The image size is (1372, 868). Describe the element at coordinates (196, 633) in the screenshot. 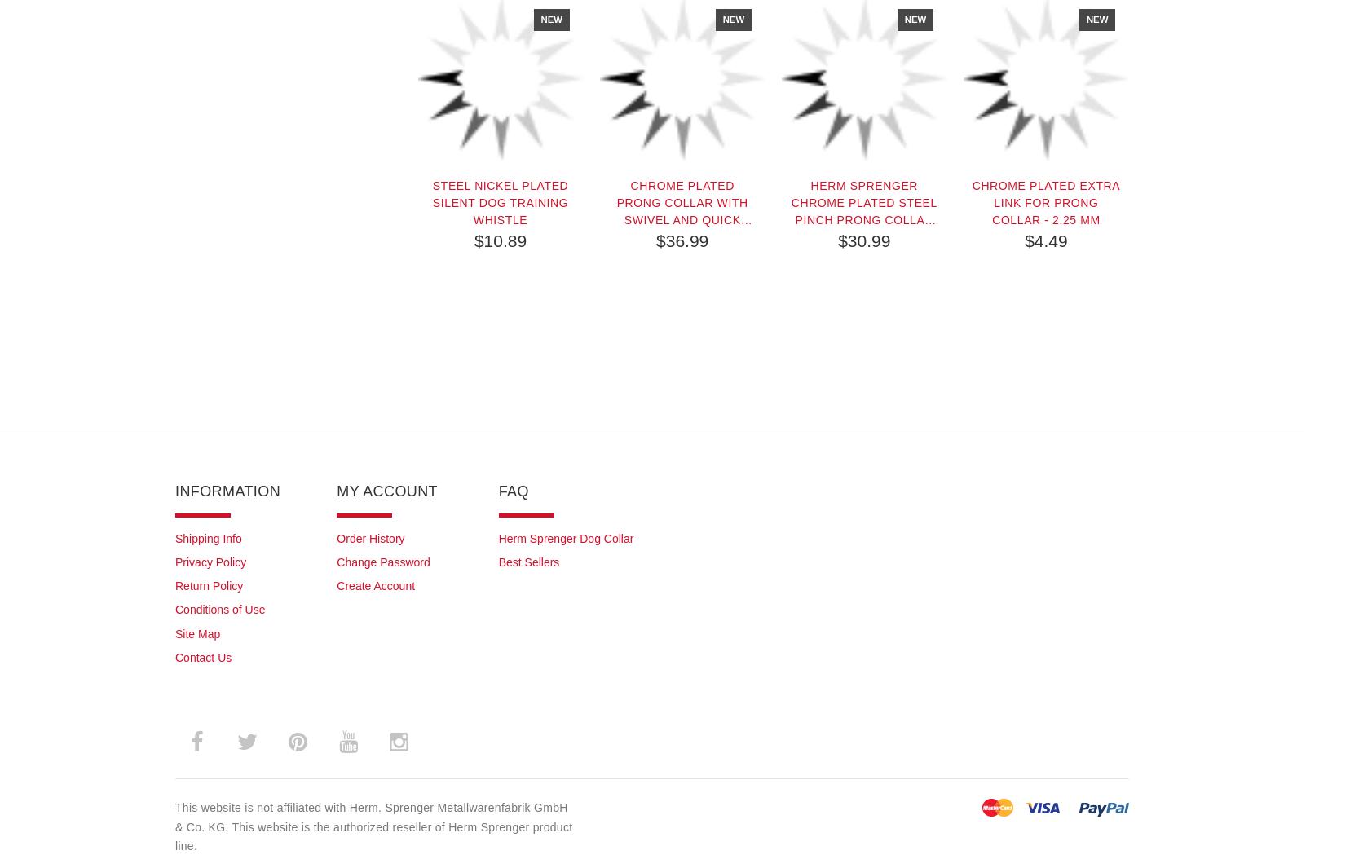

I see `'Site Map'` at that location.